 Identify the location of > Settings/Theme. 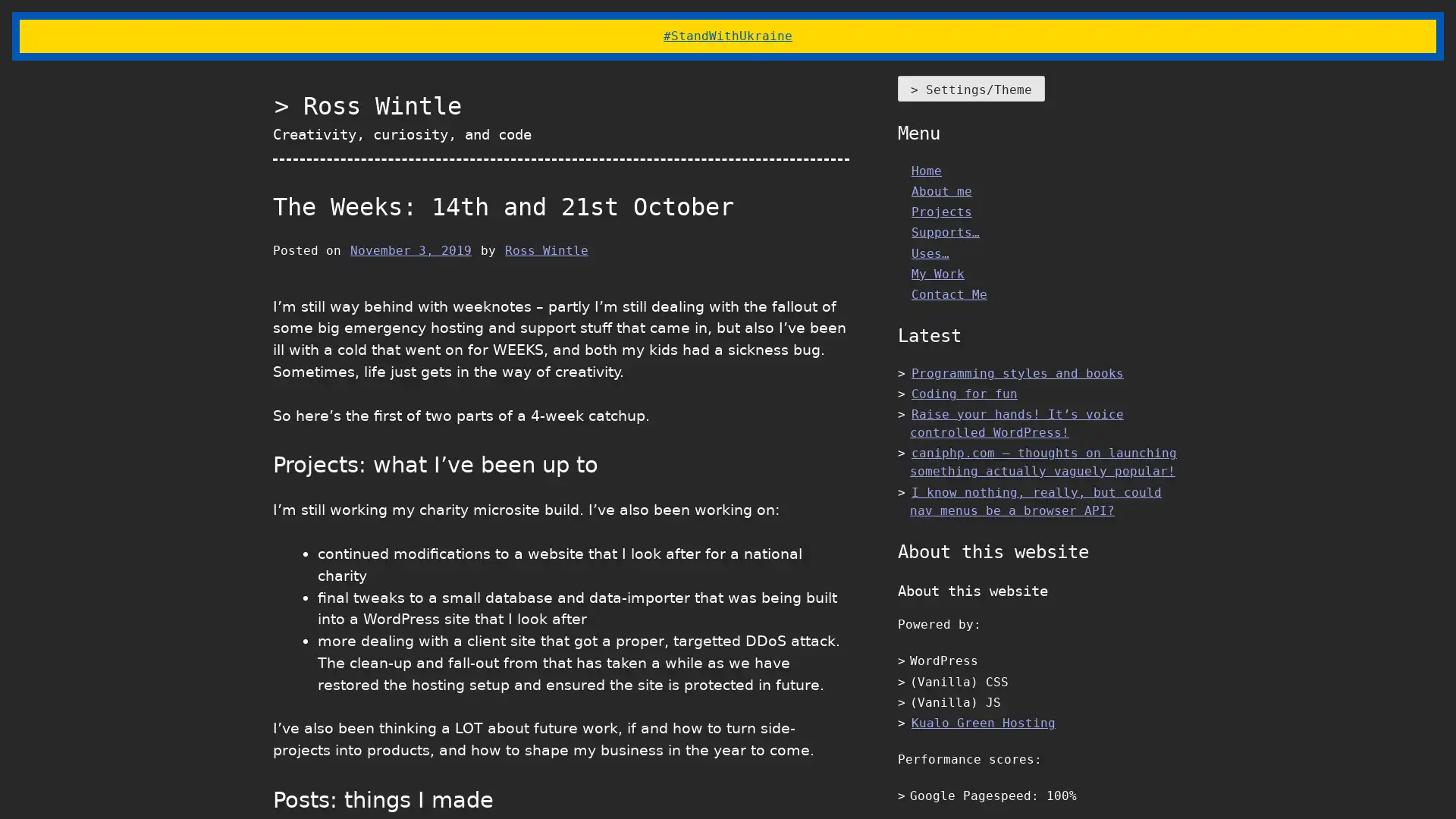
(971, 88).